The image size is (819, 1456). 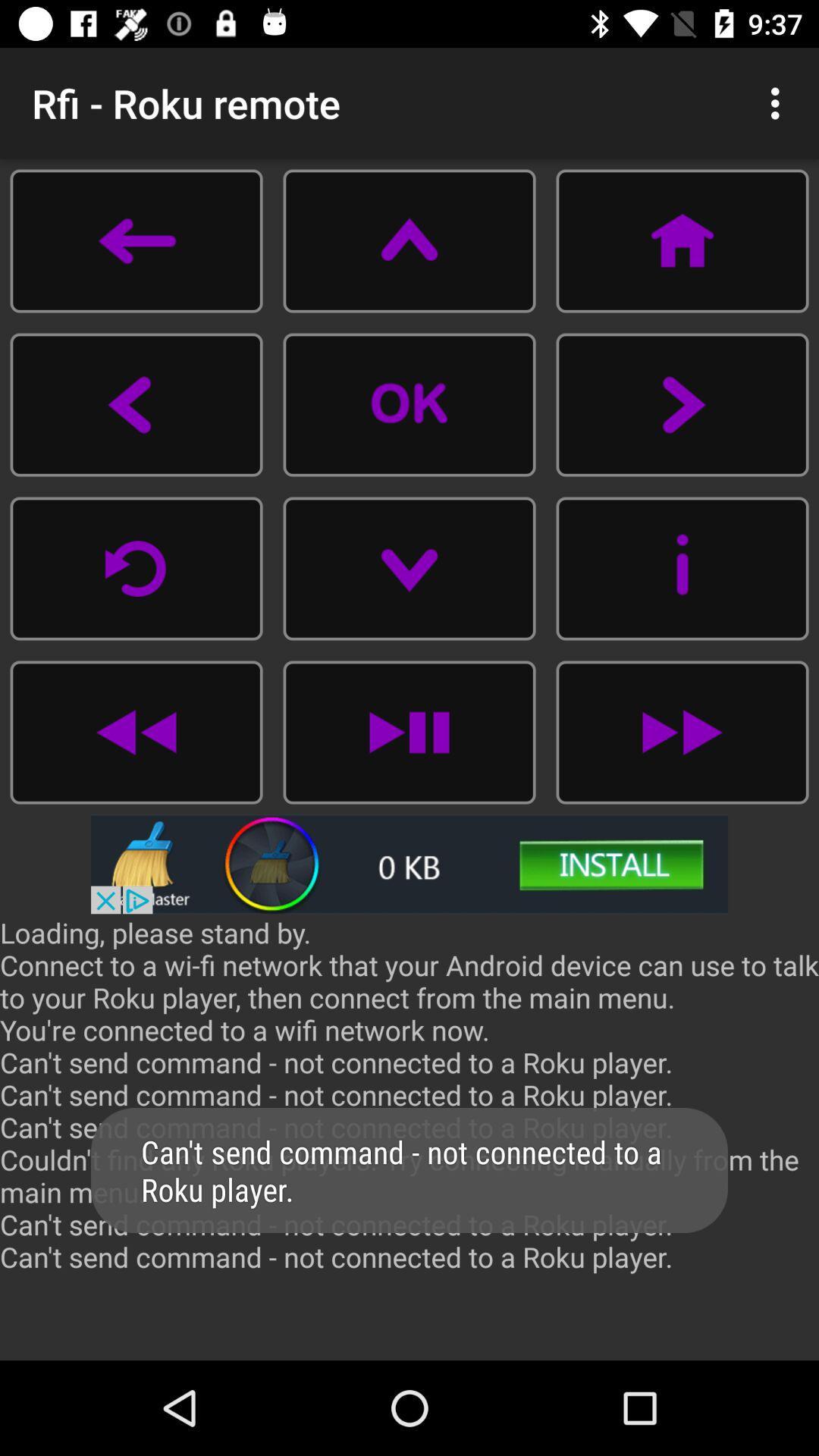 What do you see at coordinates (409, 404) in the screenshot?
I see `check to ok box` at bounding box center [409, 404].